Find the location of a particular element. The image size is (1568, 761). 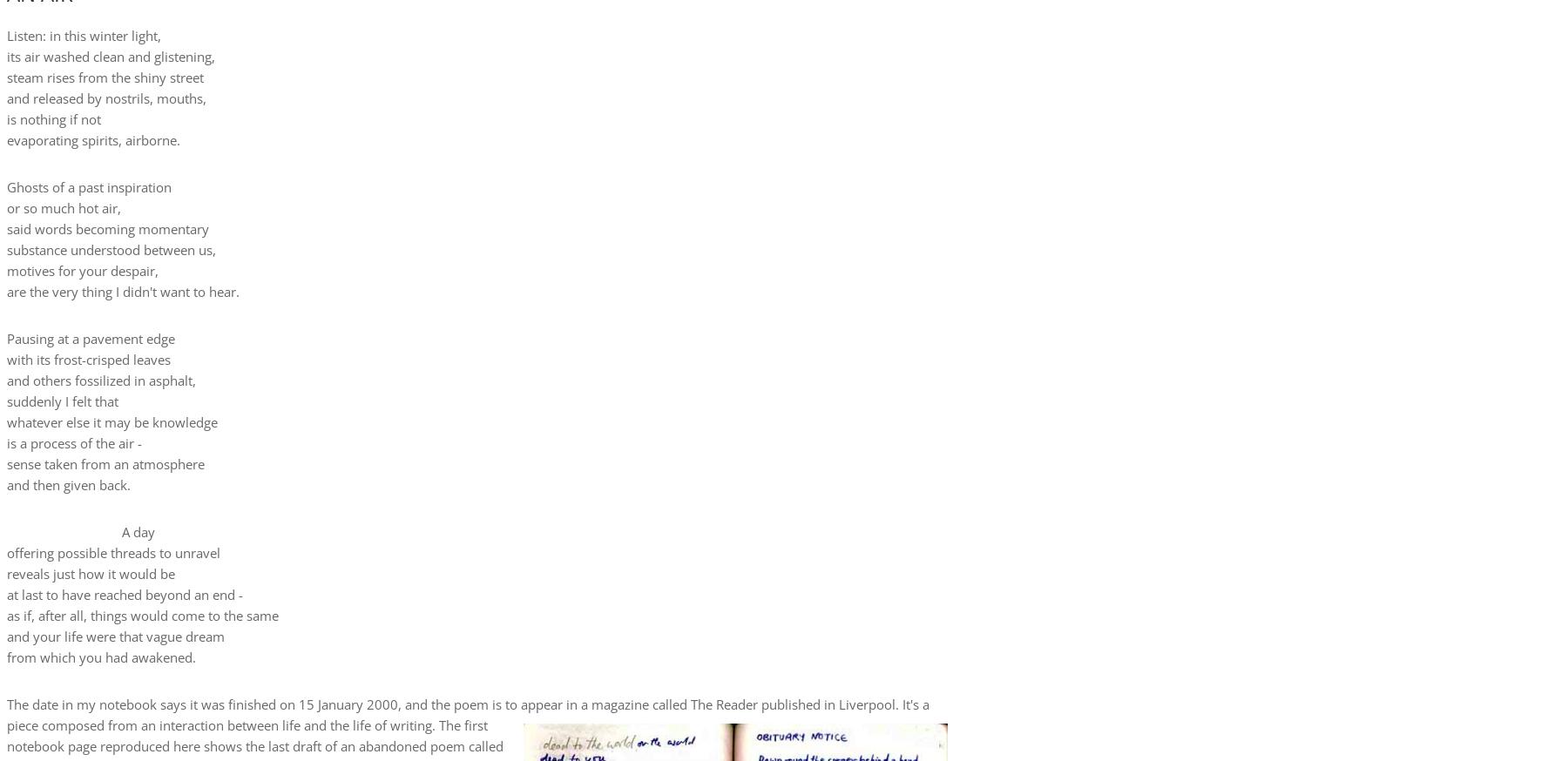

'and your life were that vague dream' is located at coordinates (116, 634).